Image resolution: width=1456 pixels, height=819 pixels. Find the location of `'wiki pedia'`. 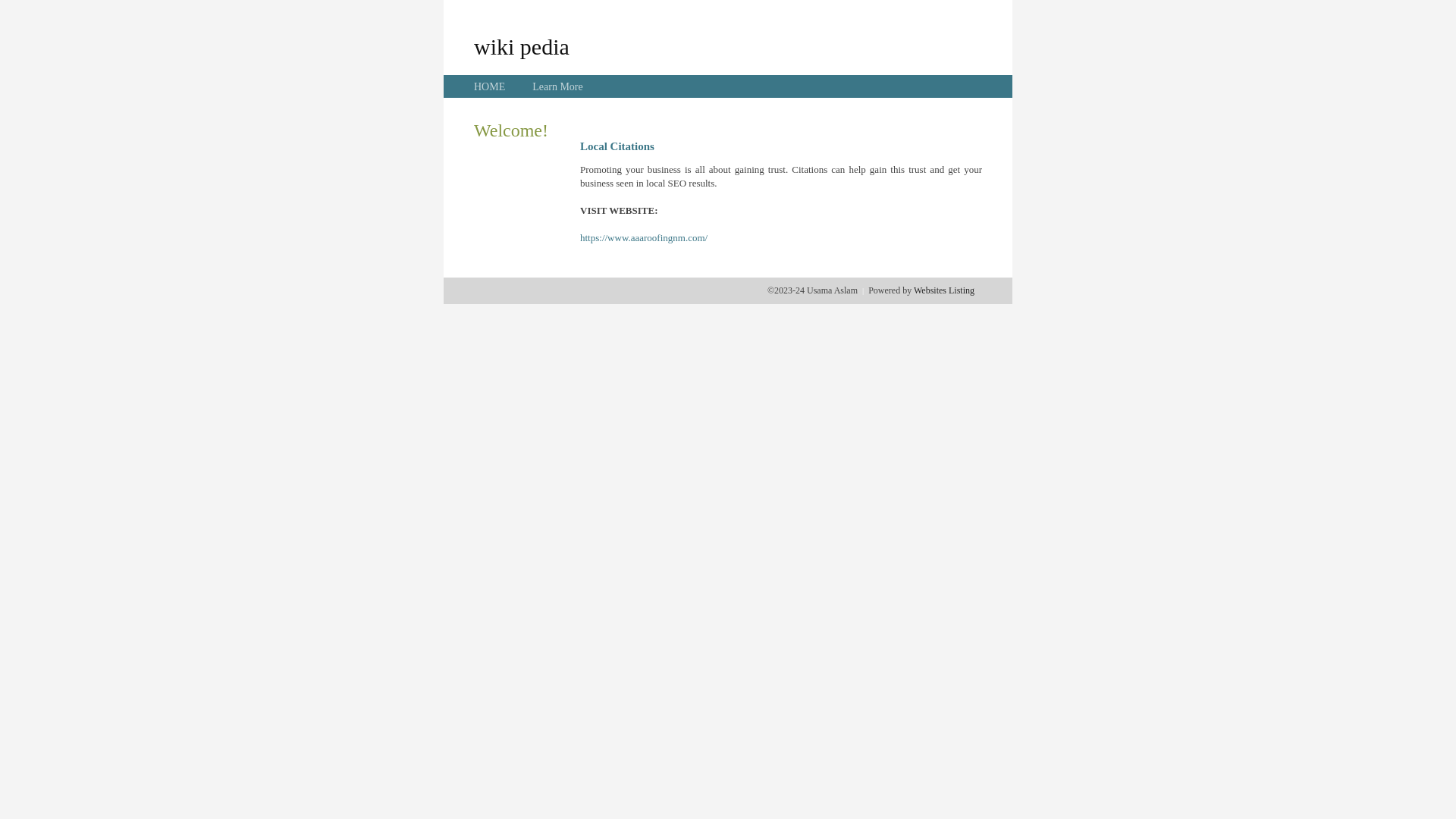

'wiki pedia' is located at coordinates (521, 45).